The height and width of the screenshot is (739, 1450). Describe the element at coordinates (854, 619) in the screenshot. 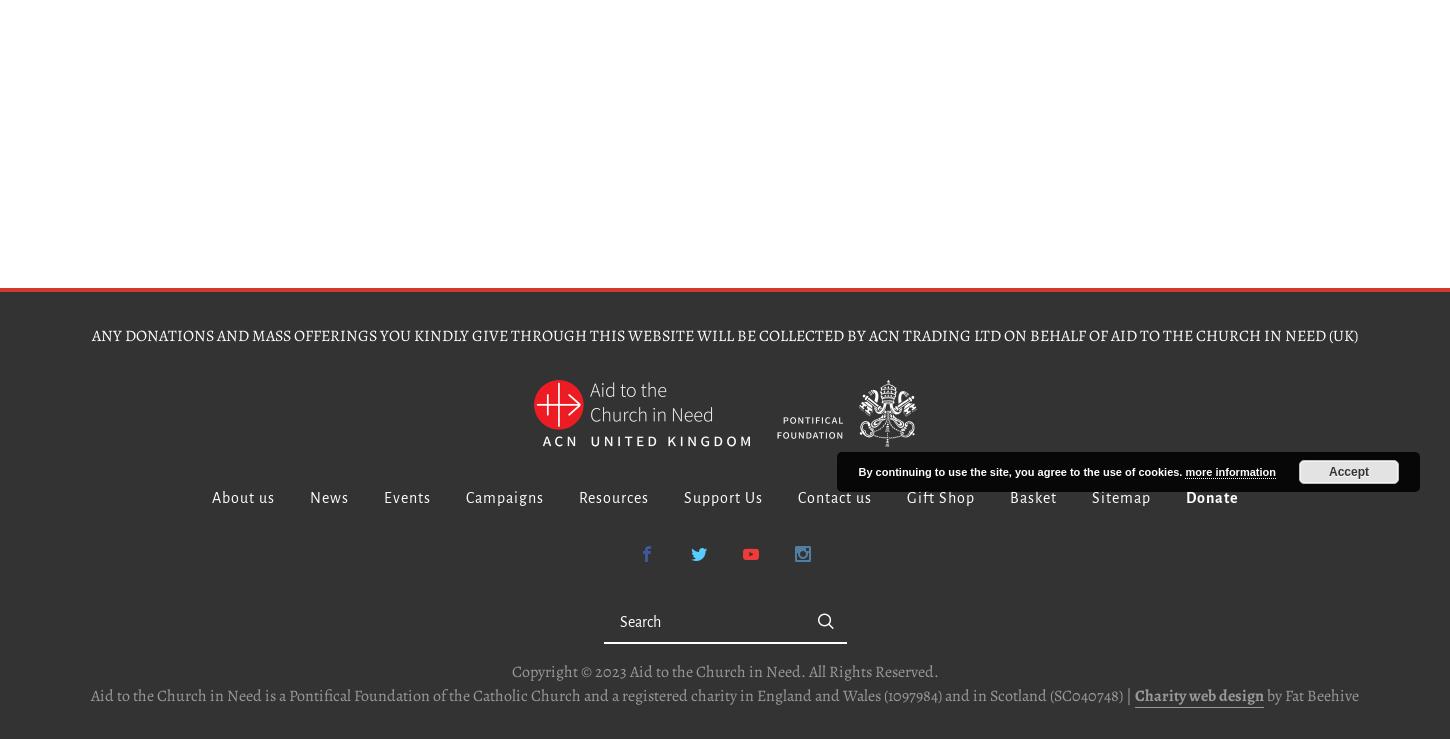

I see `'Submit'` at that location.